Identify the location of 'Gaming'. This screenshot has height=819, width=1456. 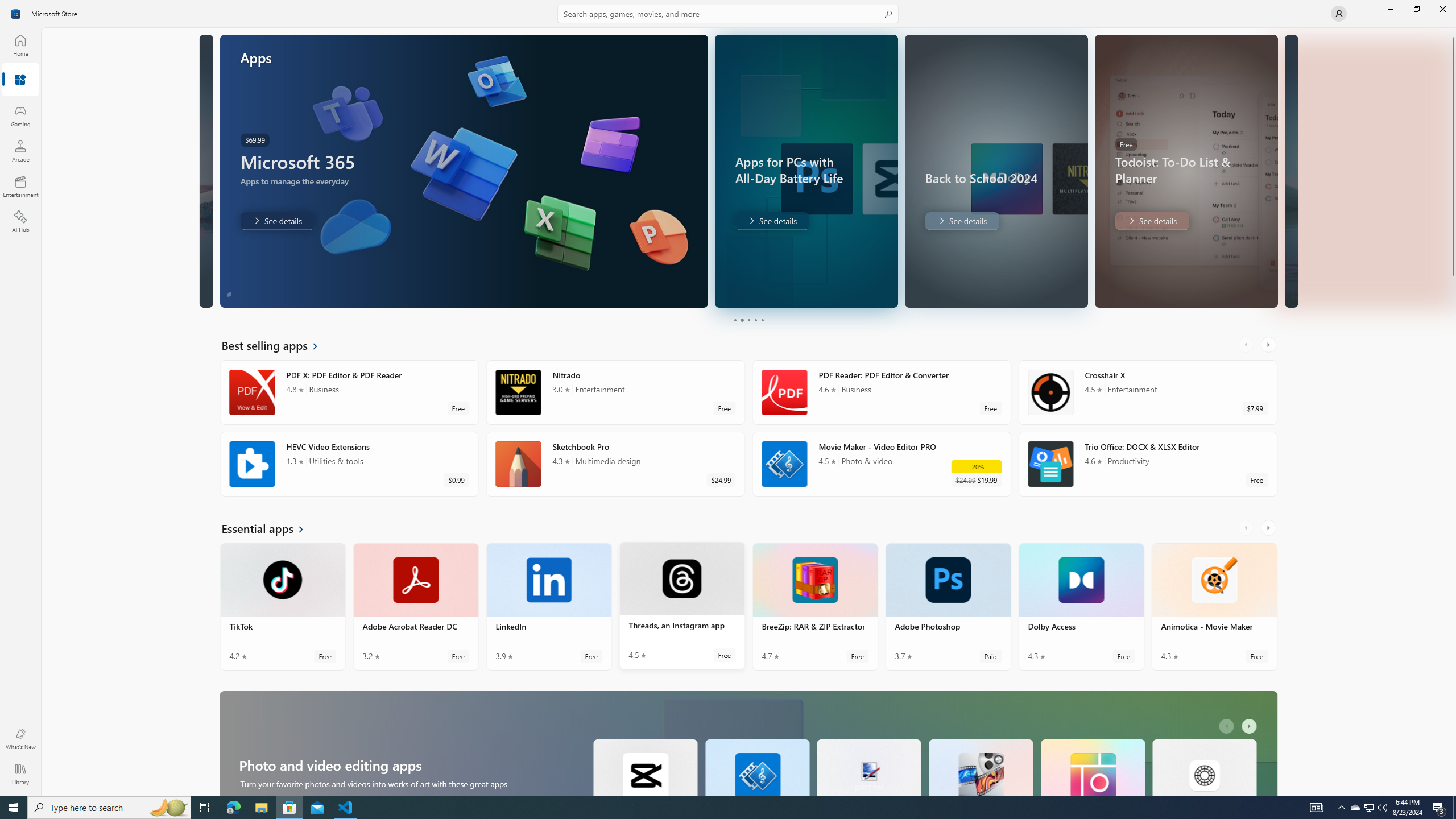
(19, 115).